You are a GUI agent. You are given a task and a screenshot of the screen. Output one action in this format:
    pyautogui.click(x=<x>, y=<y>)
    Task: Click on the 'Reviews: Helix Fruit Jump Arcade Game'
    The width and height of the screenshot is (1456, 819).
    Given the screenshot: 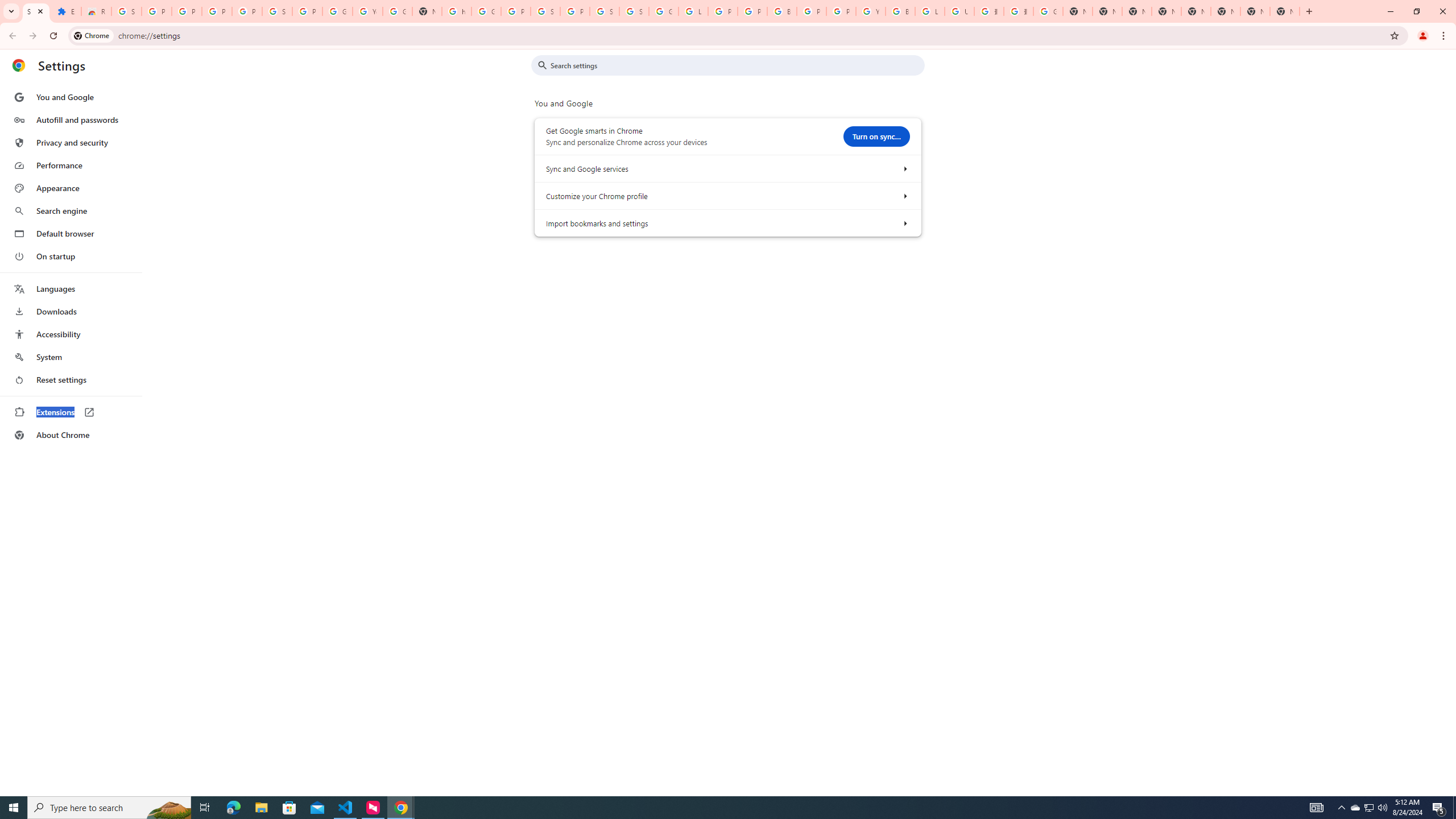 What is the action you would take?
    pyautogui.click(x=95, y=11)
    